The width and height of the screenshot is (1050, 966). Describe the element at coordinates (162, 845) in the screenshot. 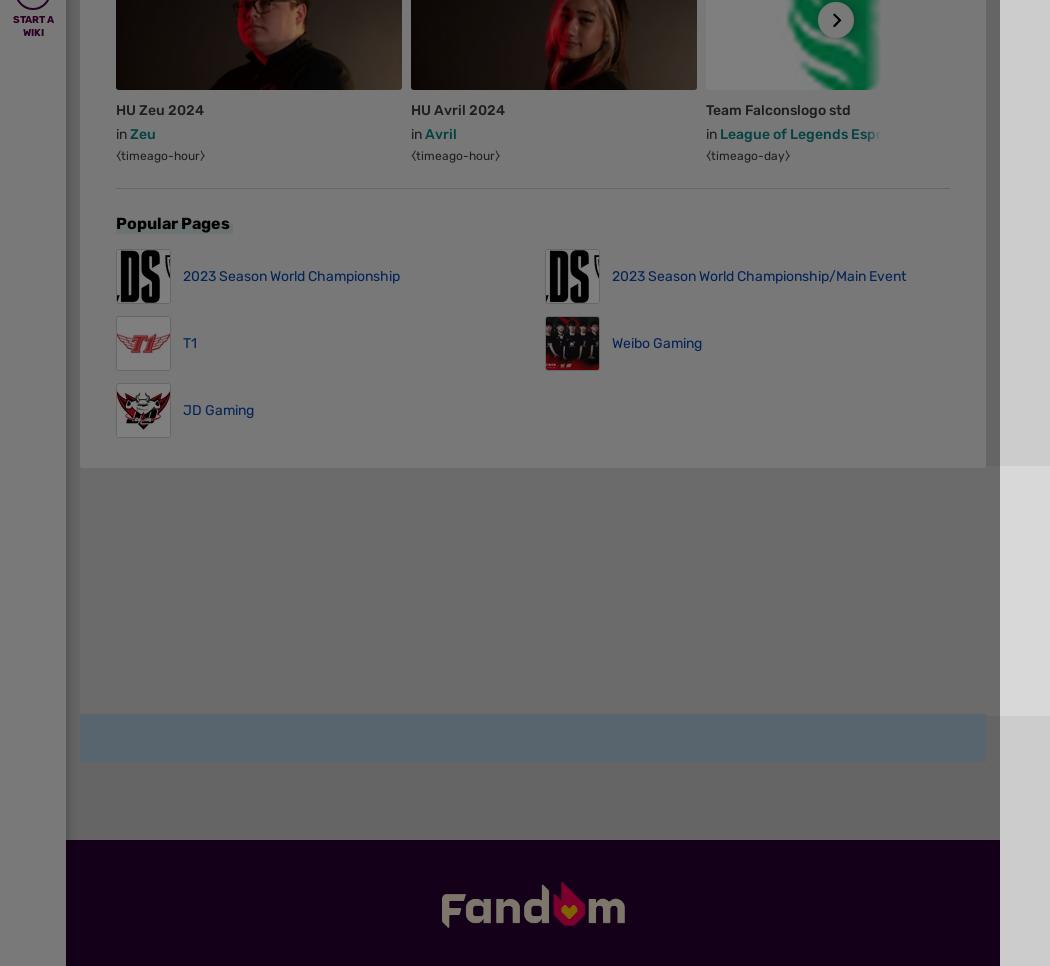

I see `'DAMAGE RATIO :'` at that location.